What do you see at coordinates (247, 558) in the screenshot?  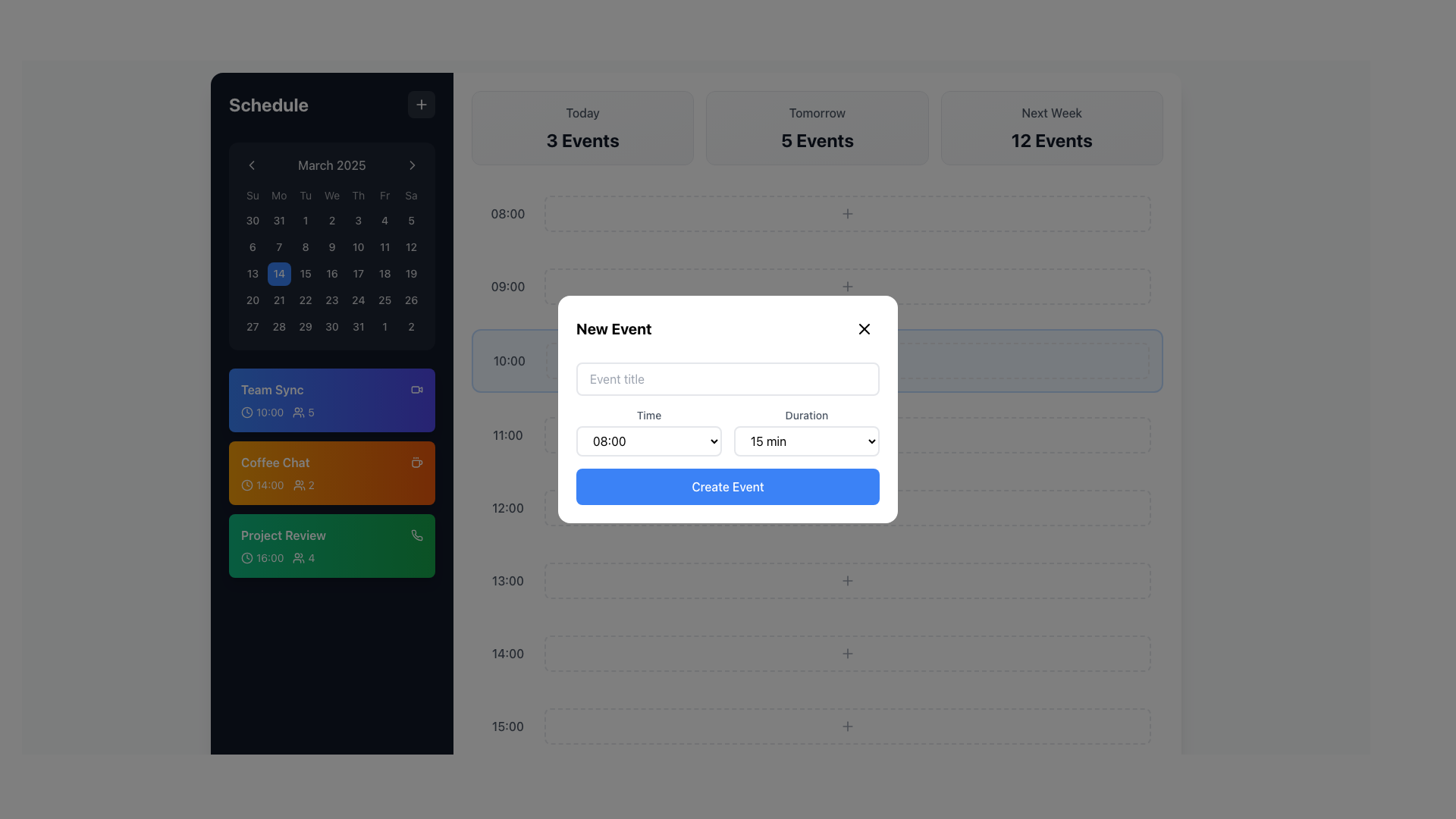 I see `the icon that visually represents the time information for the event '16:00' on the green 'Project Review' card in the schedule sidebar` at bounding box center [247, 558].